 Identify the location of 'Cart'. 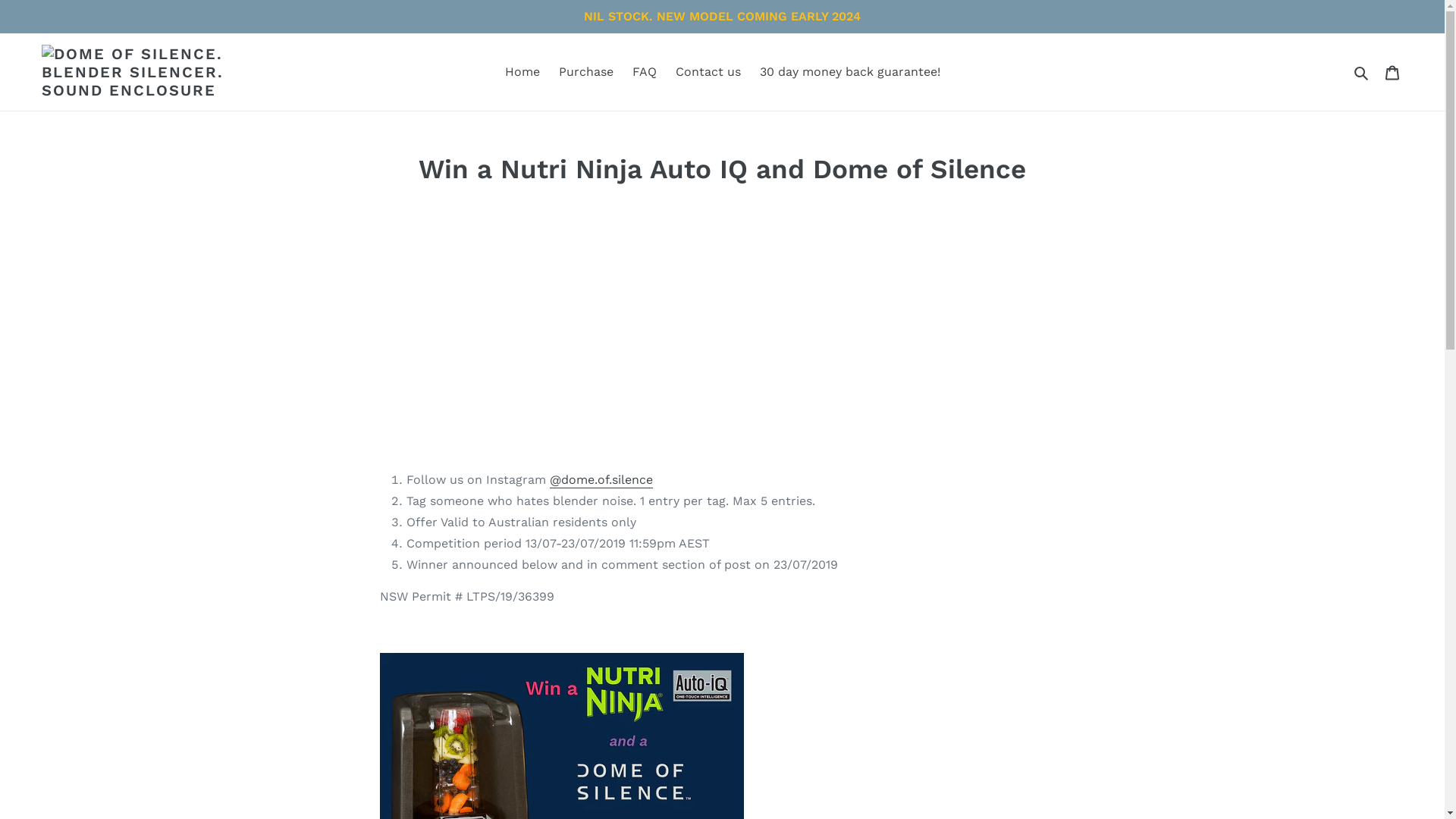
(1376, 72).